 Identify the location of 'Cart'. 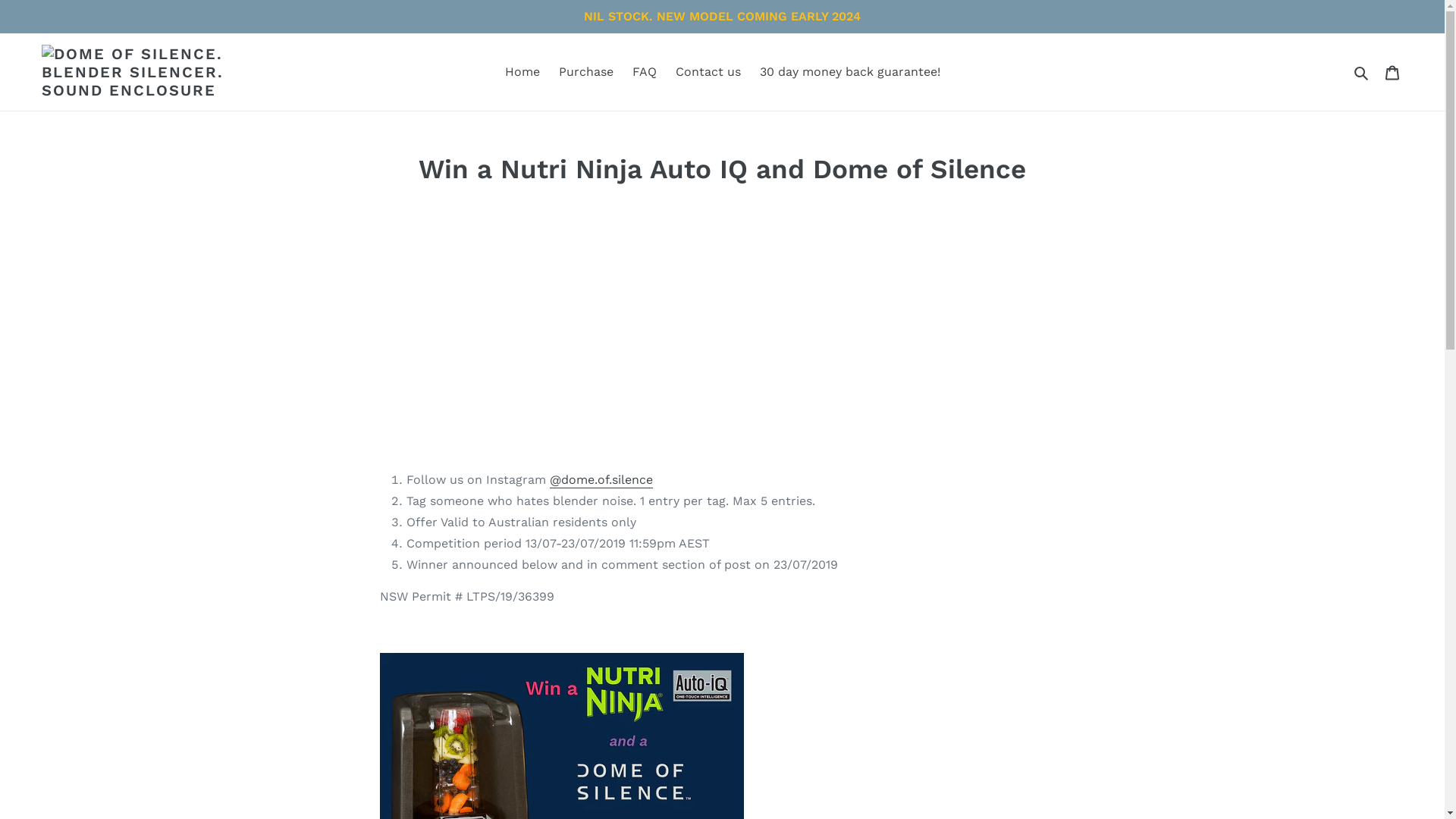
(1376, 72).